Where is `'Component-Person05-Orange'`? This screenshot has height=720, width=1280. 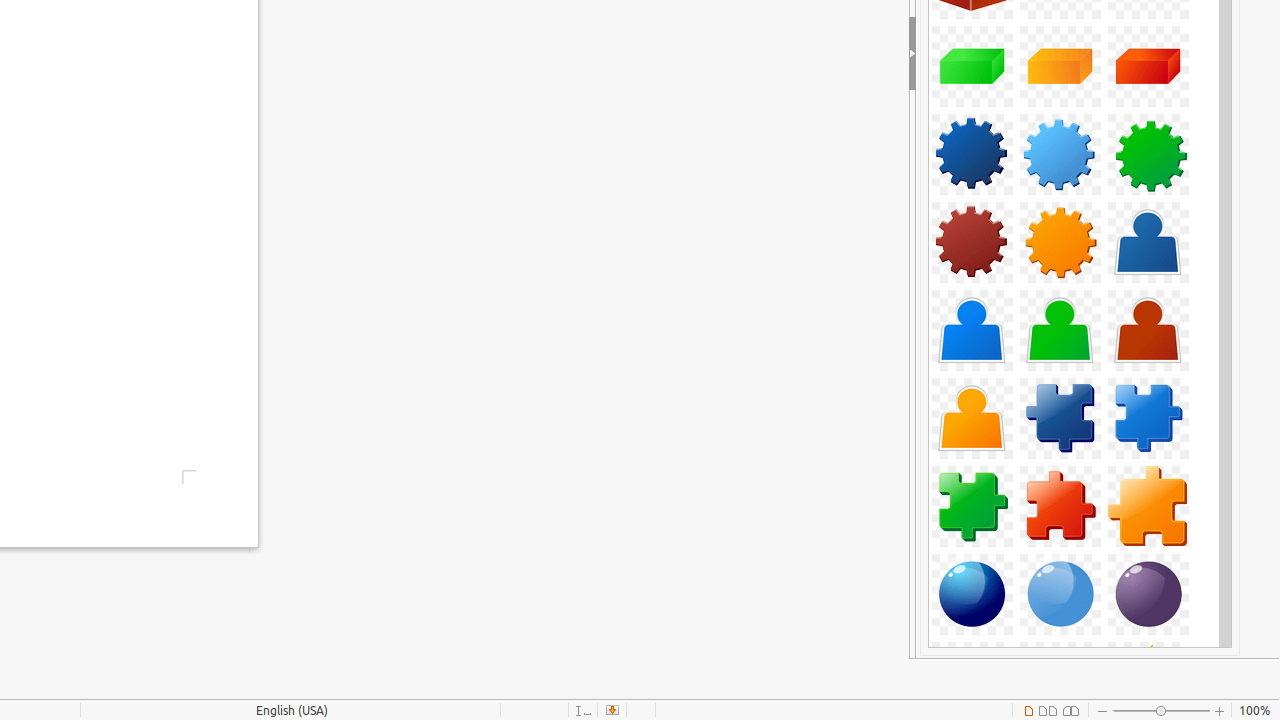
'Component-Person05-Orange' is located at coordinates (972, 417).